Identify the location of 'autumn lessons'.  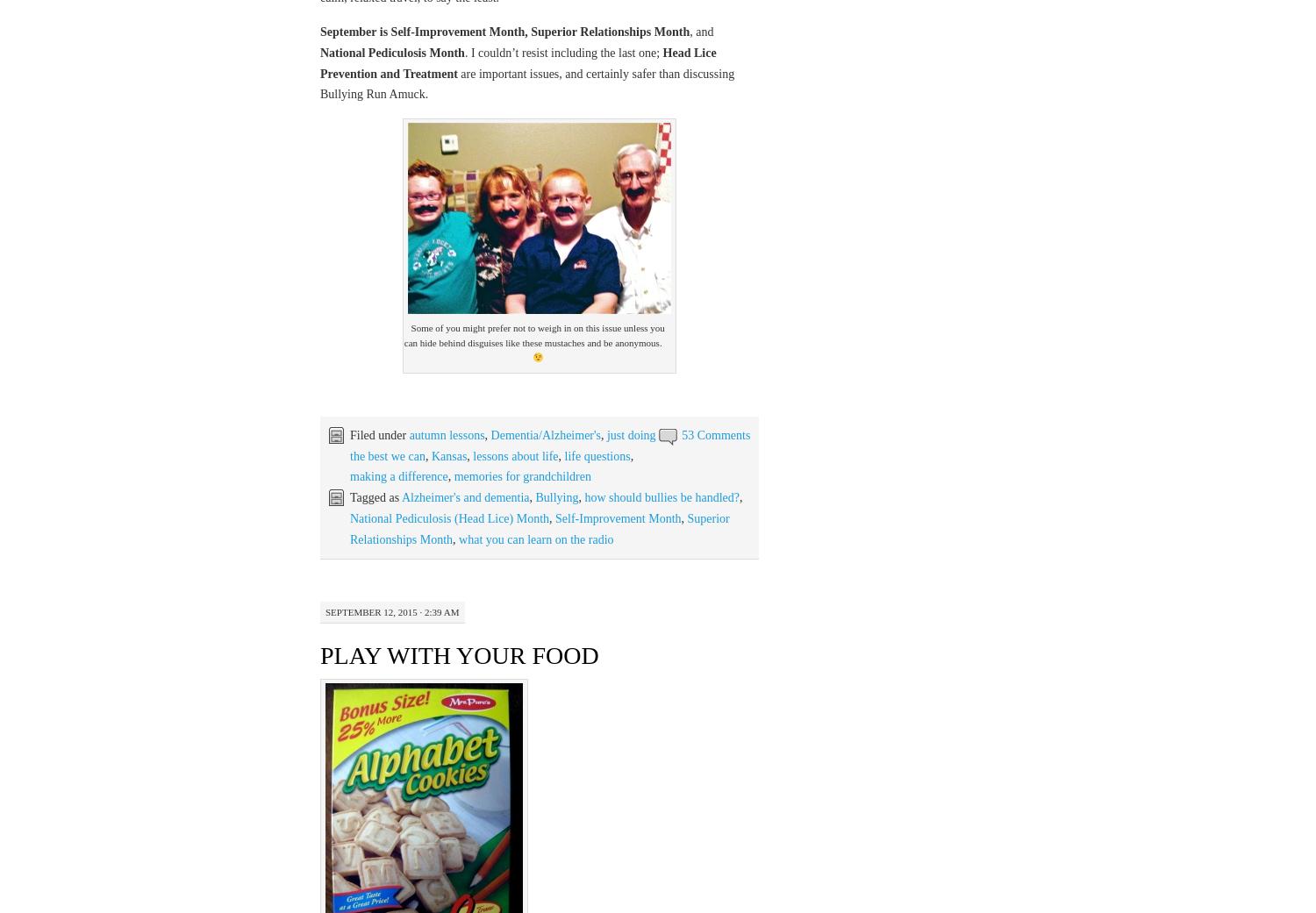
(446, 433).